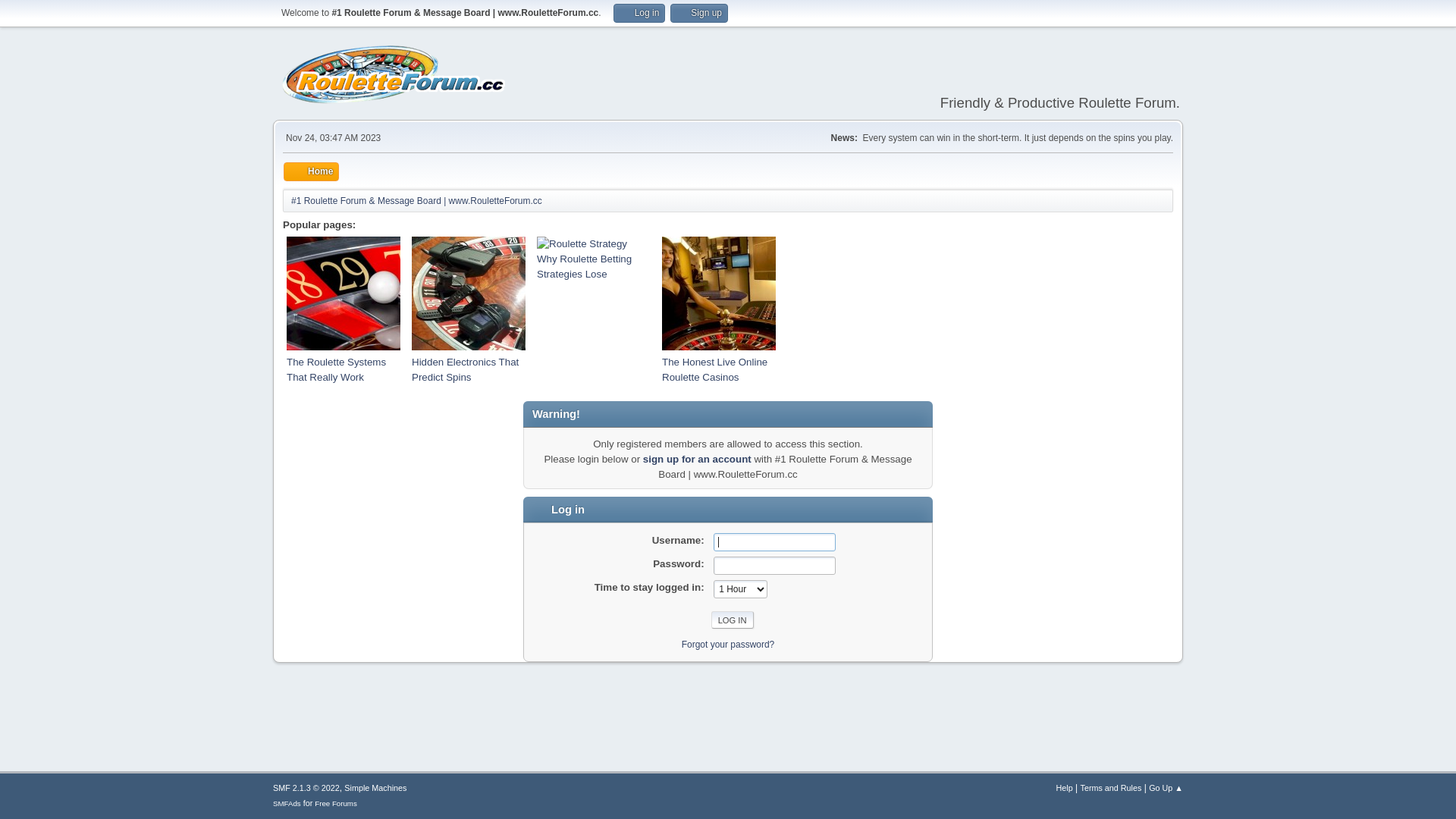 Image resolution: width=1456 pixels, height=819 pixels. I want to click on 'Why Roulette Betting Strategies Lose', so click(537, 265).